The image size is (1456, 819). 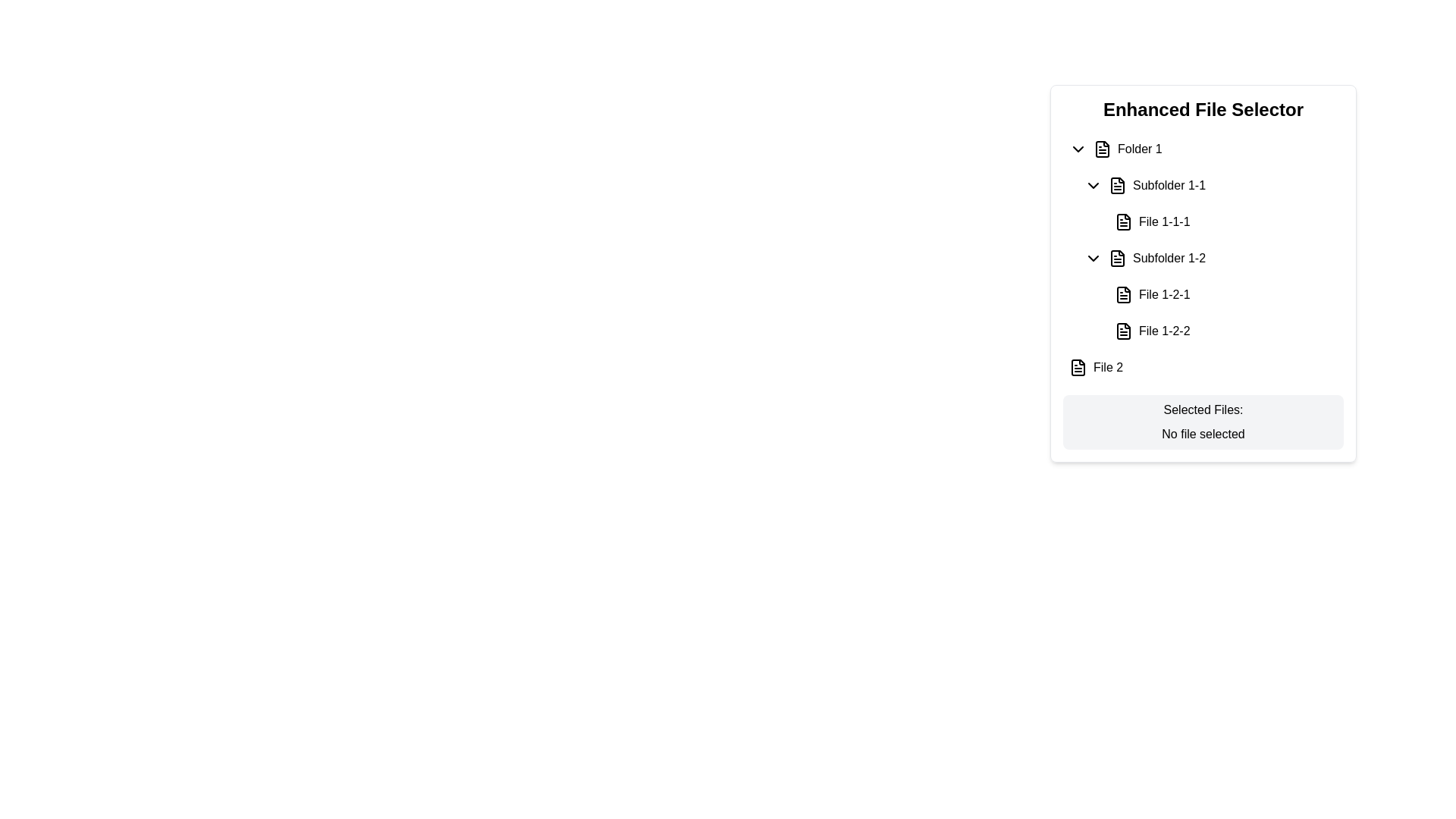 What do you see at coordinates (1203, 239) in the screenshot?
I see `the item` at bounding box center [1203, 239].